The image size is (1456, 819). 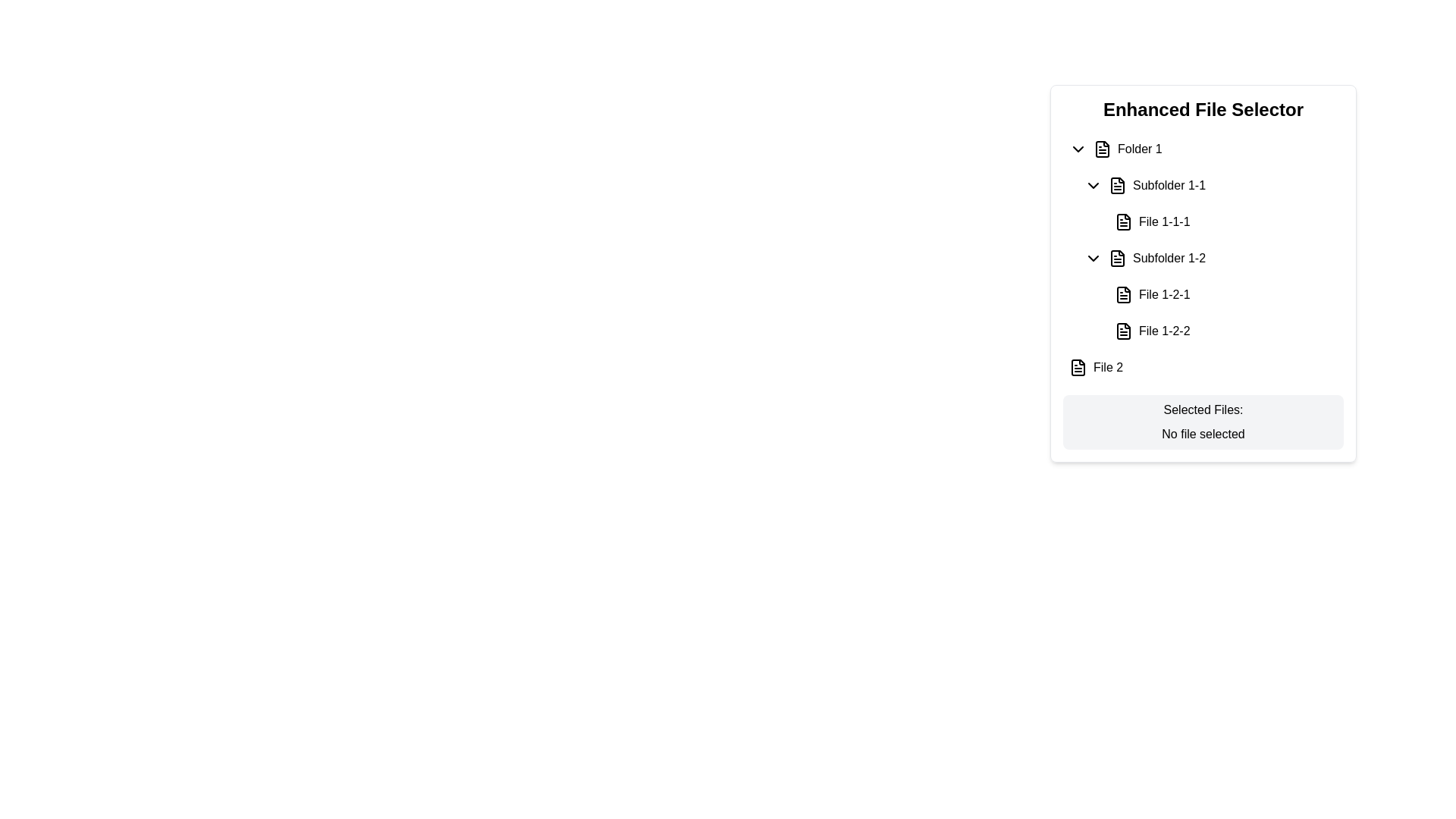 What do you see at coordinates (1203, 239) in the screenshot?
I see `the item` at bounding box center [1203, 239].